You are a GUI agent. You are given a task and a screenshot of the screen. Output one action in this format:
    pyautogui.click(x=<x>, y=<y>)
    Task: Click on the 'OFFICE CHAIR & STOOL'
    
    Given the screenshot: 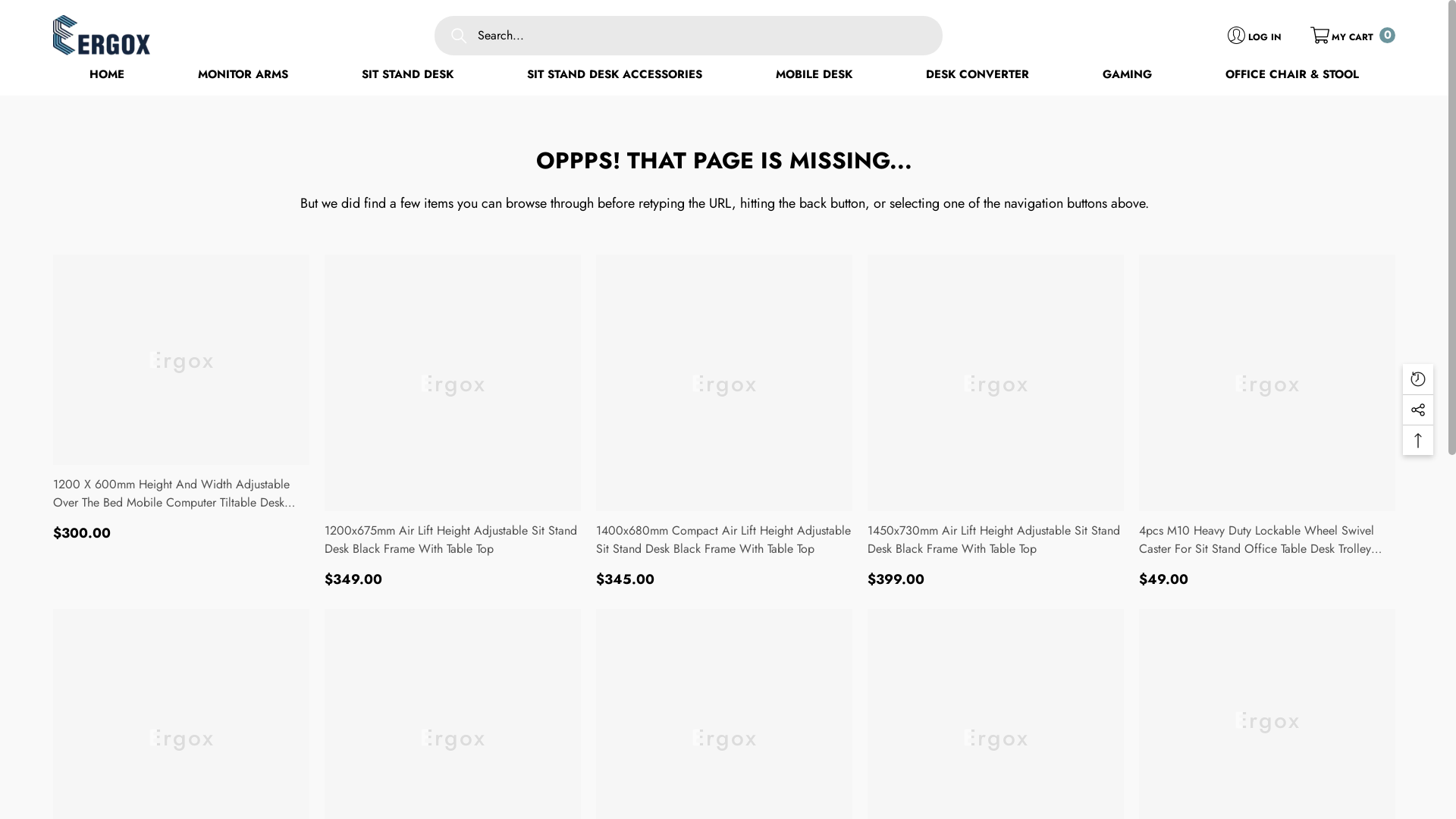 What is the action you would take?
    pyautogui.click(x=1291, y=75)
    